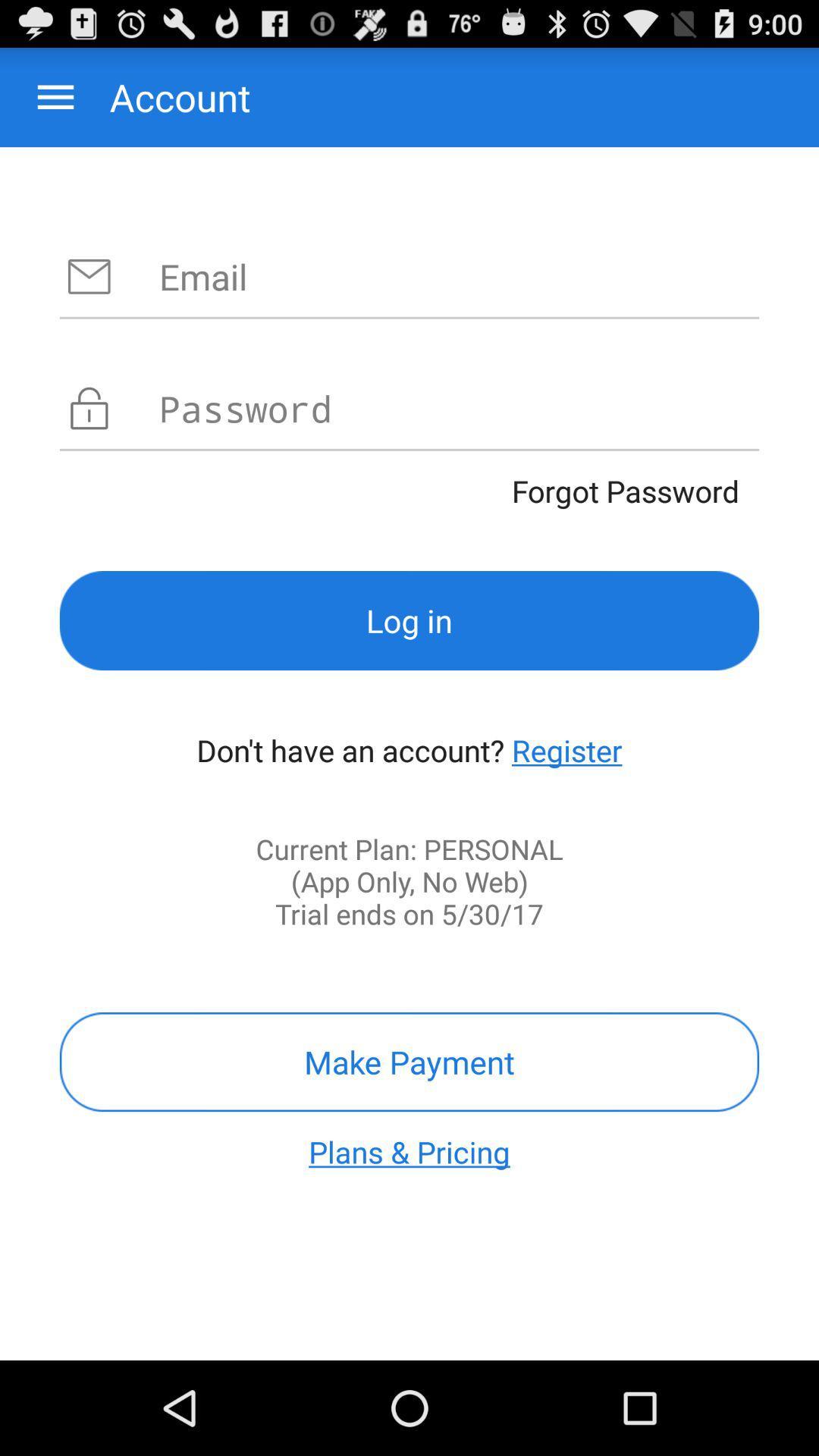 Image resolution: width=819 pixels, height=1456 pixels. I want to click on enter, so click(458, 276).